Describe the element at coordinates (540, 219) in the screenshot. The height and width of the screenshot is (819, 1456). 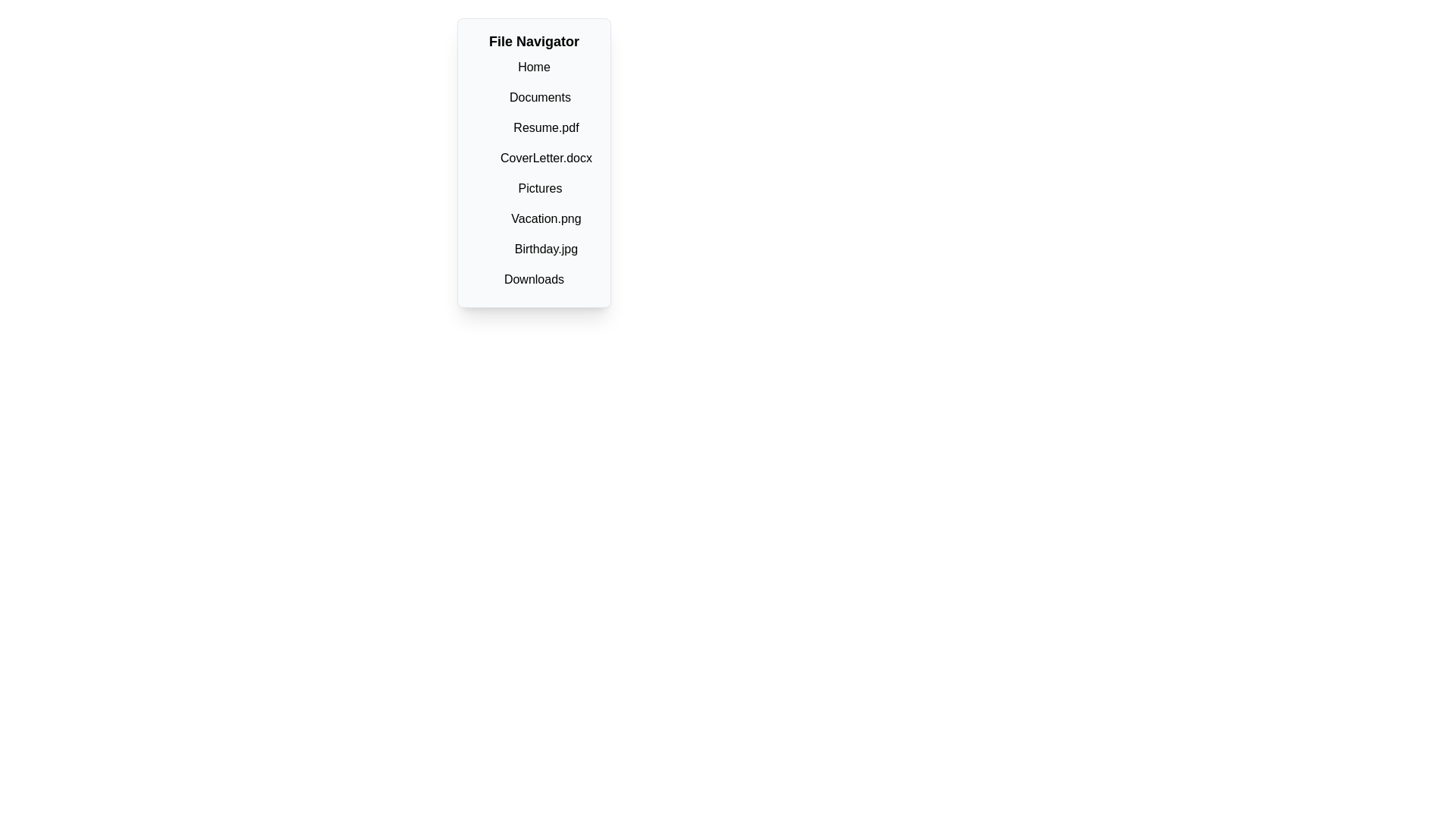
I see `text displayed under the 'Pictures' section, which includes 'Vacation.png' and 'Birthday.jpg'` at that location.